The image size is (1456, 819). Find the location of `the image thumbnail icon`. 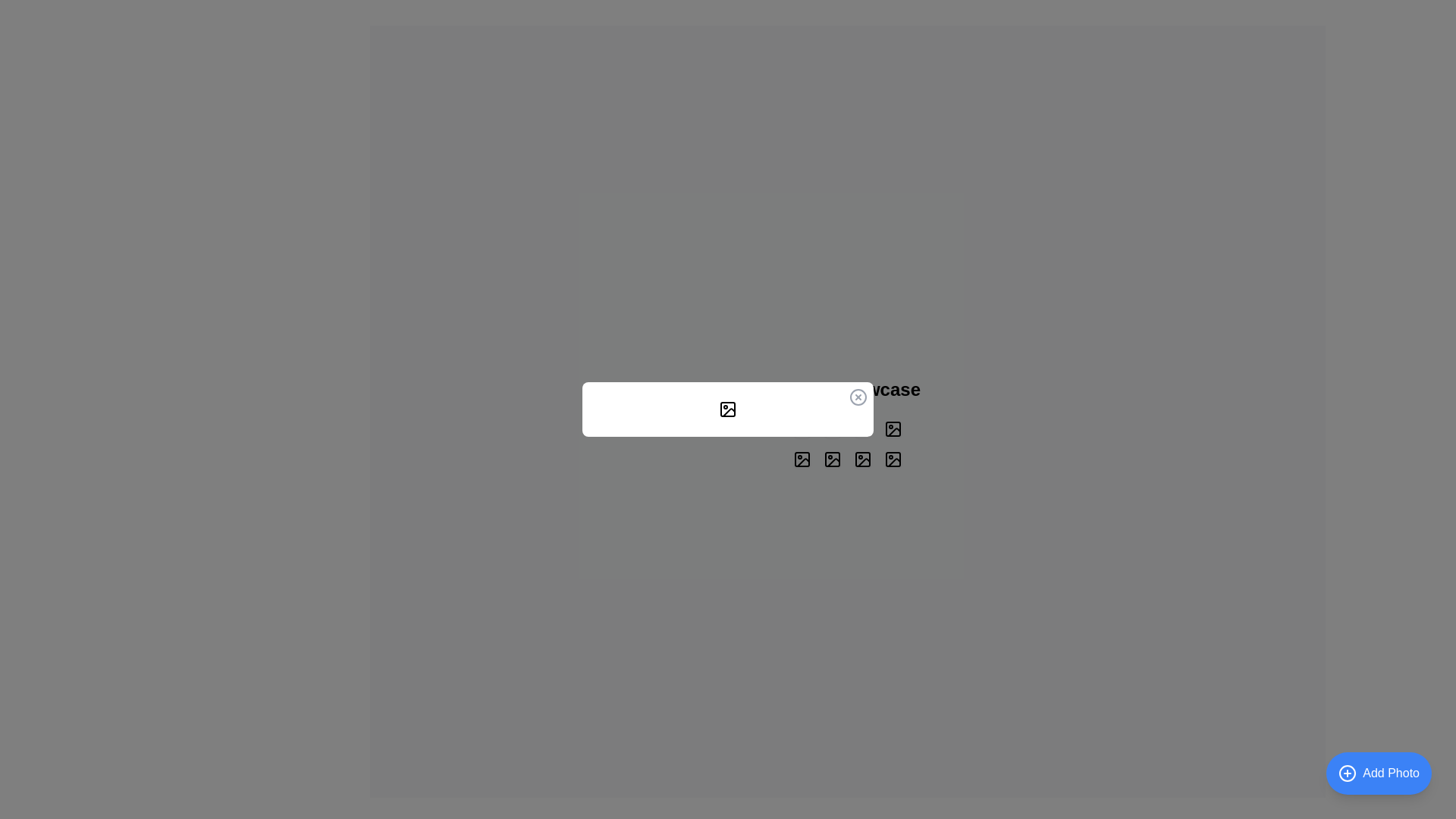

the image thumbnail icon is located at coordinates (893, 429).